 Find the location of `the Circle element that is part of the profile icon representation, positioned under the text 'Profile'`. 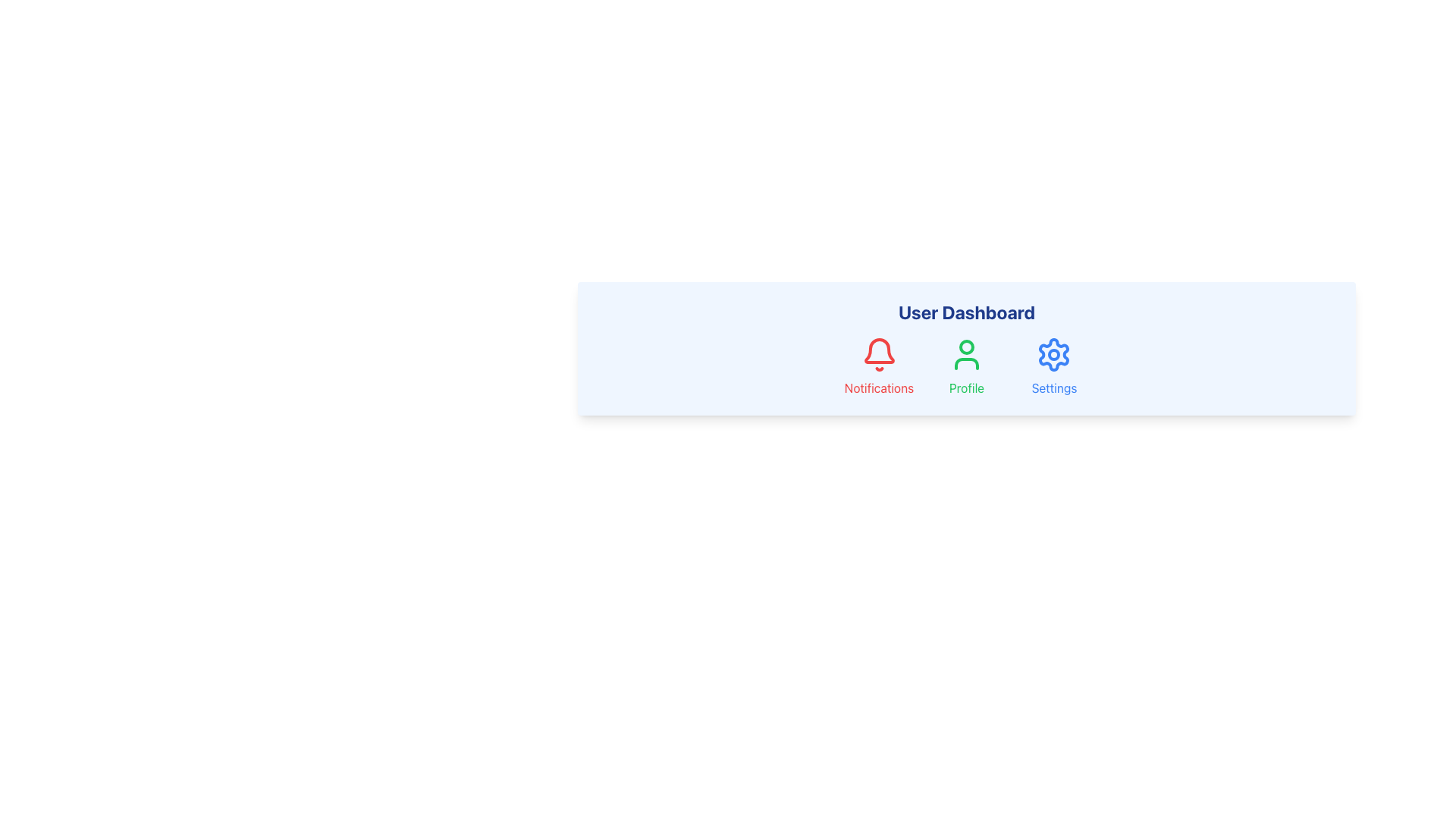

the Circle element that is part of the profile icon representation, positioned under the text 'Profile' is located at coordinates (966, 347).